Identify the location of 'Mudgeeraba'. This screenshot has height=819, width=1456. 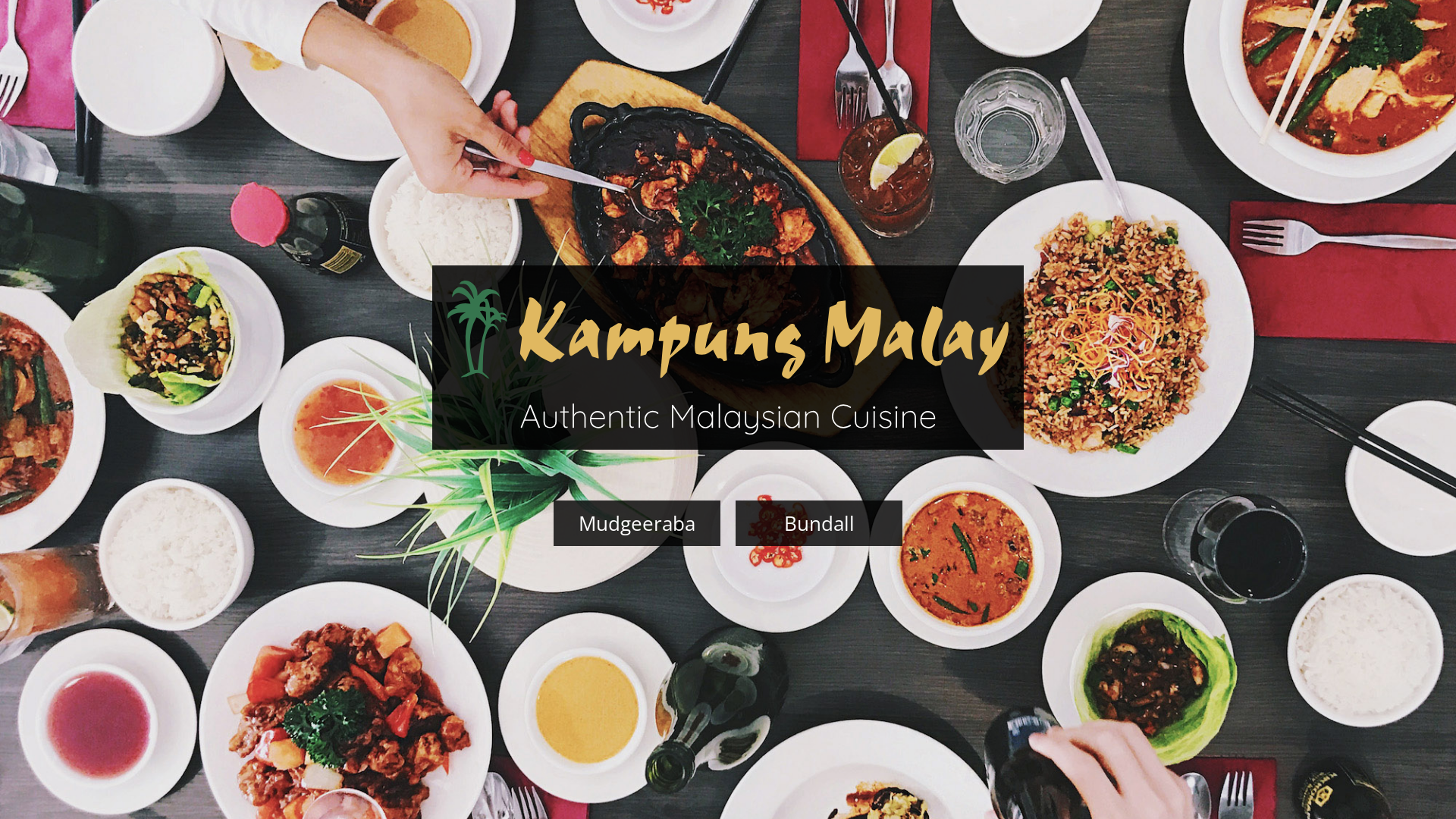
(637, 522).